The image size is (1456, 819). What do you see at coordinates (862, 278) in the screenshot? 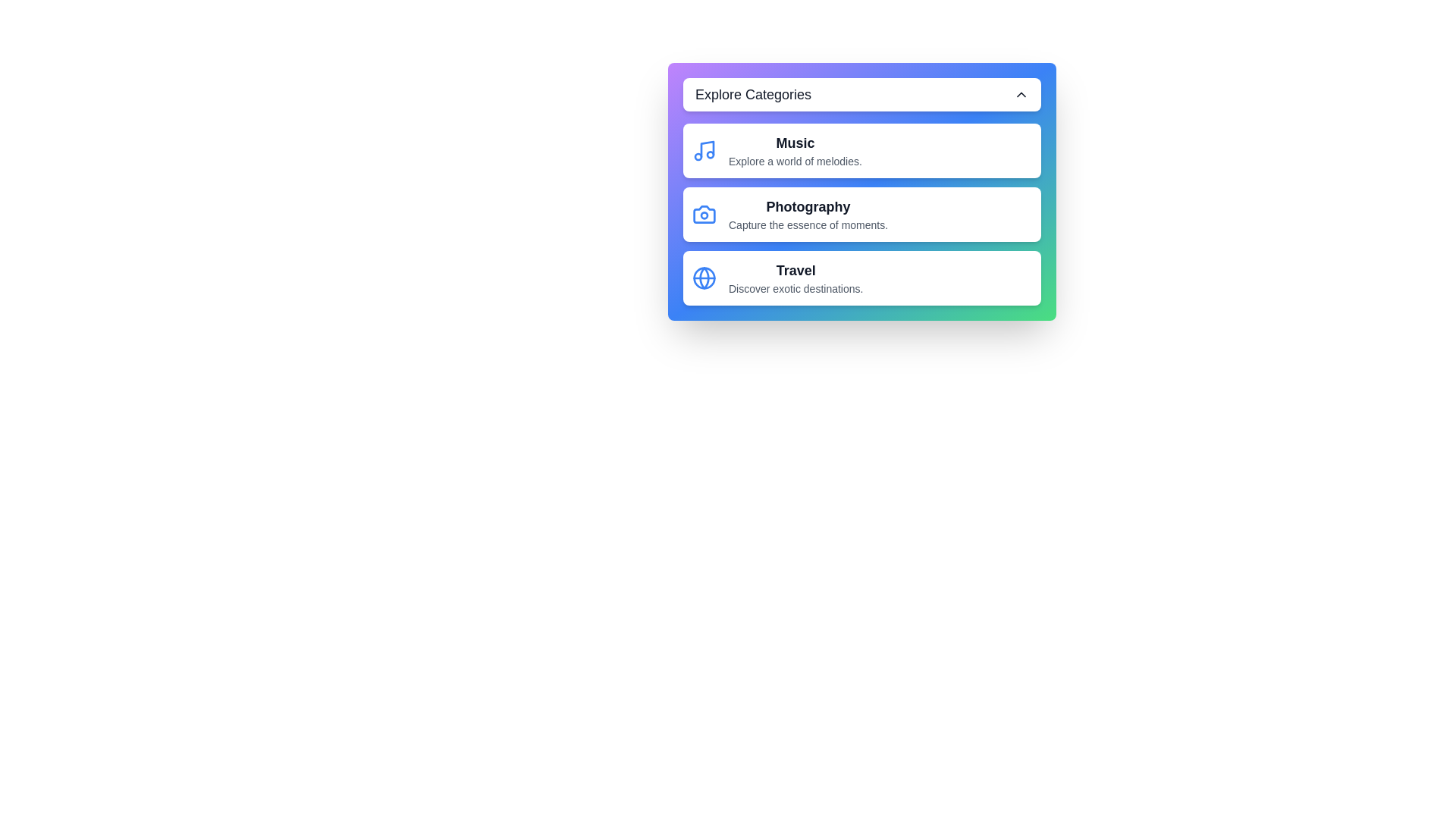
I see `the menu item Travel` at bounding box center [862, 278].